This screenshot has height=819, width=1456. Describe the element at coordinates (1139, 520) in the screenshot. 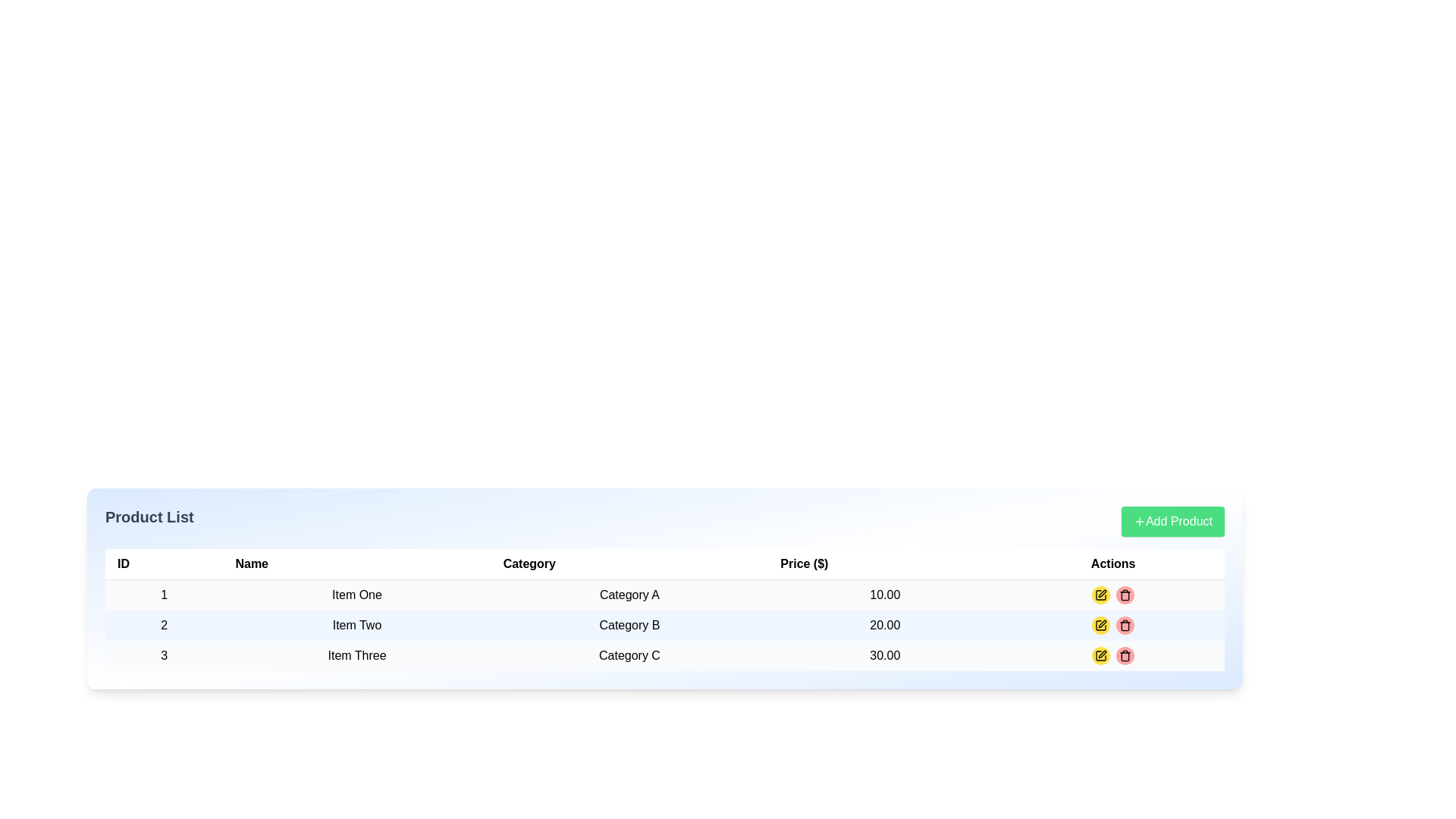

I see `the 'Add Product' button icon, which is located in the top-right corner above the product information table, and is visually represented before the text label 'Add Product'` at that location.